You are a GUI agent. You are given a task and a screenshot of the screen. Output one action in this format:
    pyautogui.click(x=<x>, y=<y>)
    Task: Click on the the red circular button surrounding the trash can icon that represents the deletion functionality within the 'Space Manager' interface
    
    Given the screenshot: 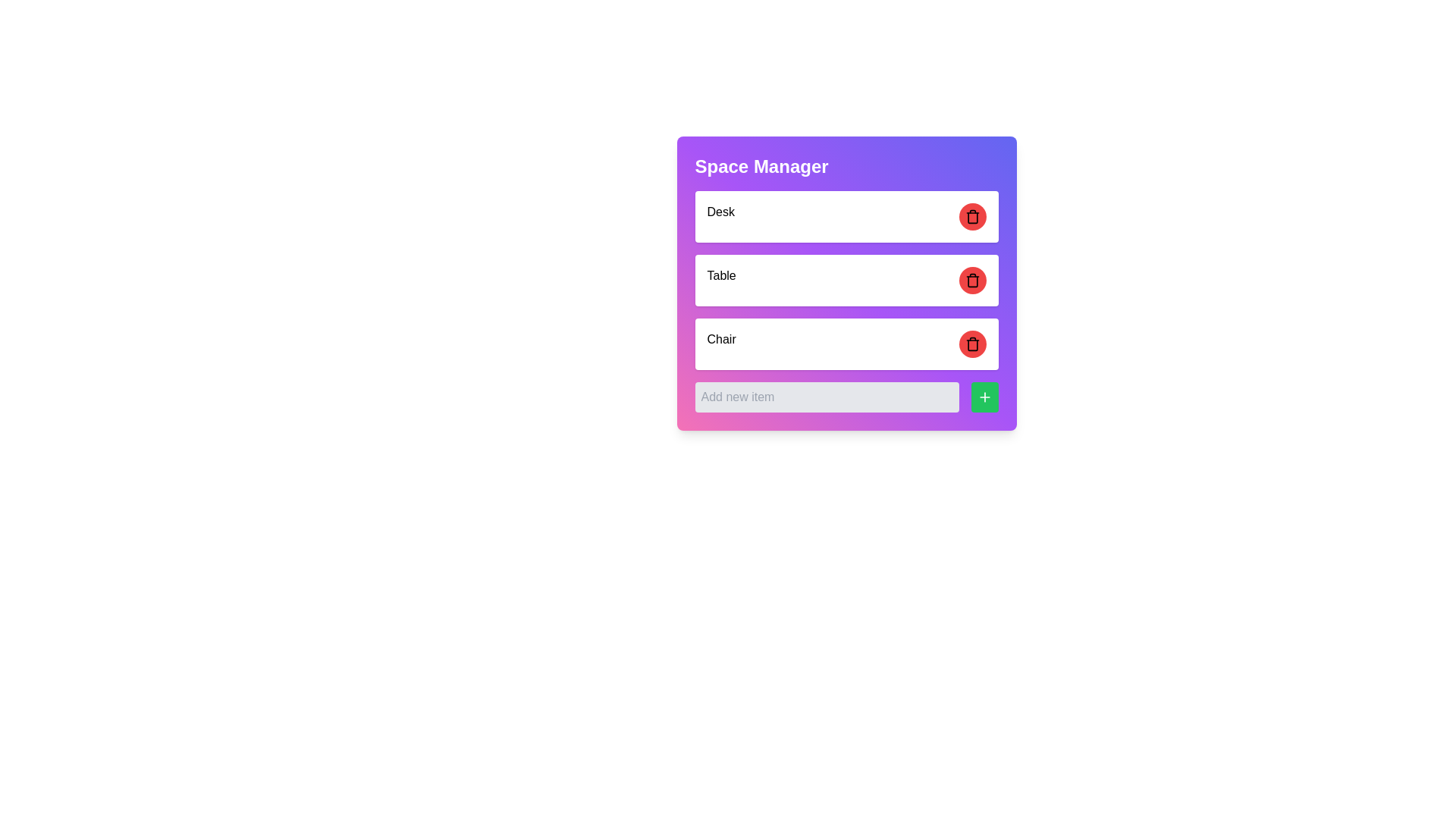 What is the action you would take?
    pyautogui.click(x=972, y=218)
    